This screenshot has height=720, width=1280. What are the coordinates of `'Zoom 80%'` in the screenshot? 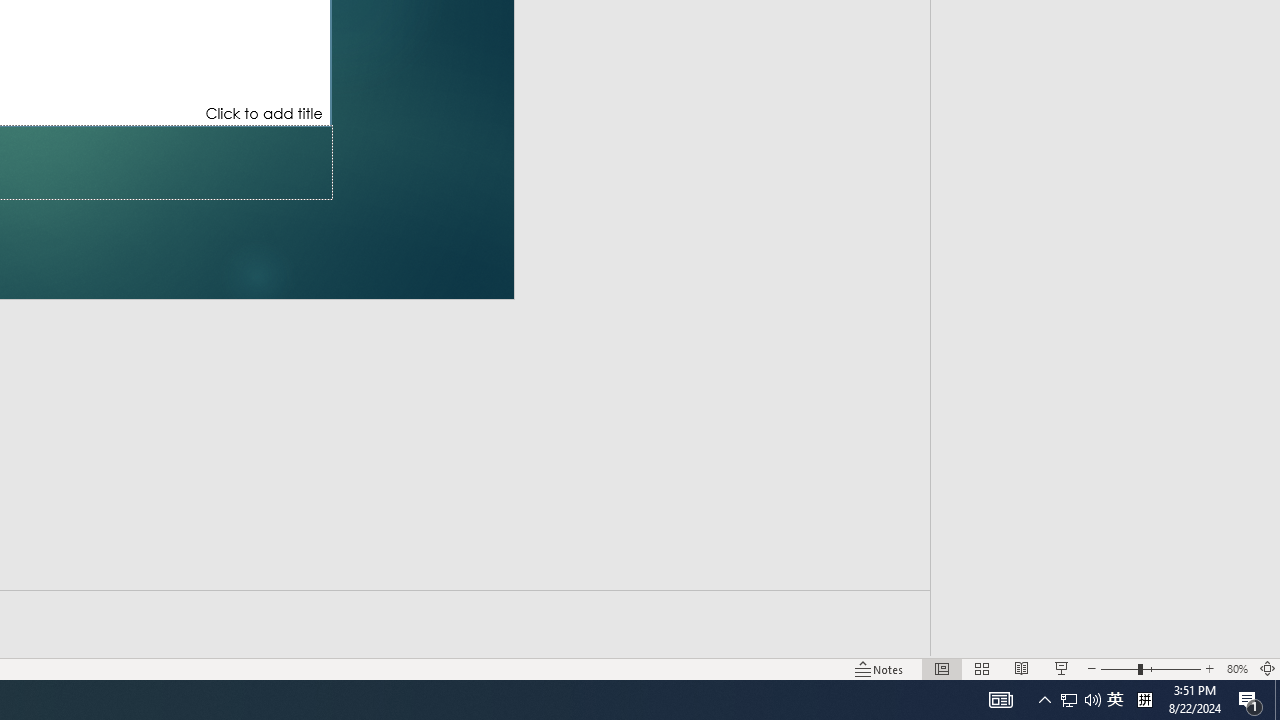 It's located at (1236, 669).